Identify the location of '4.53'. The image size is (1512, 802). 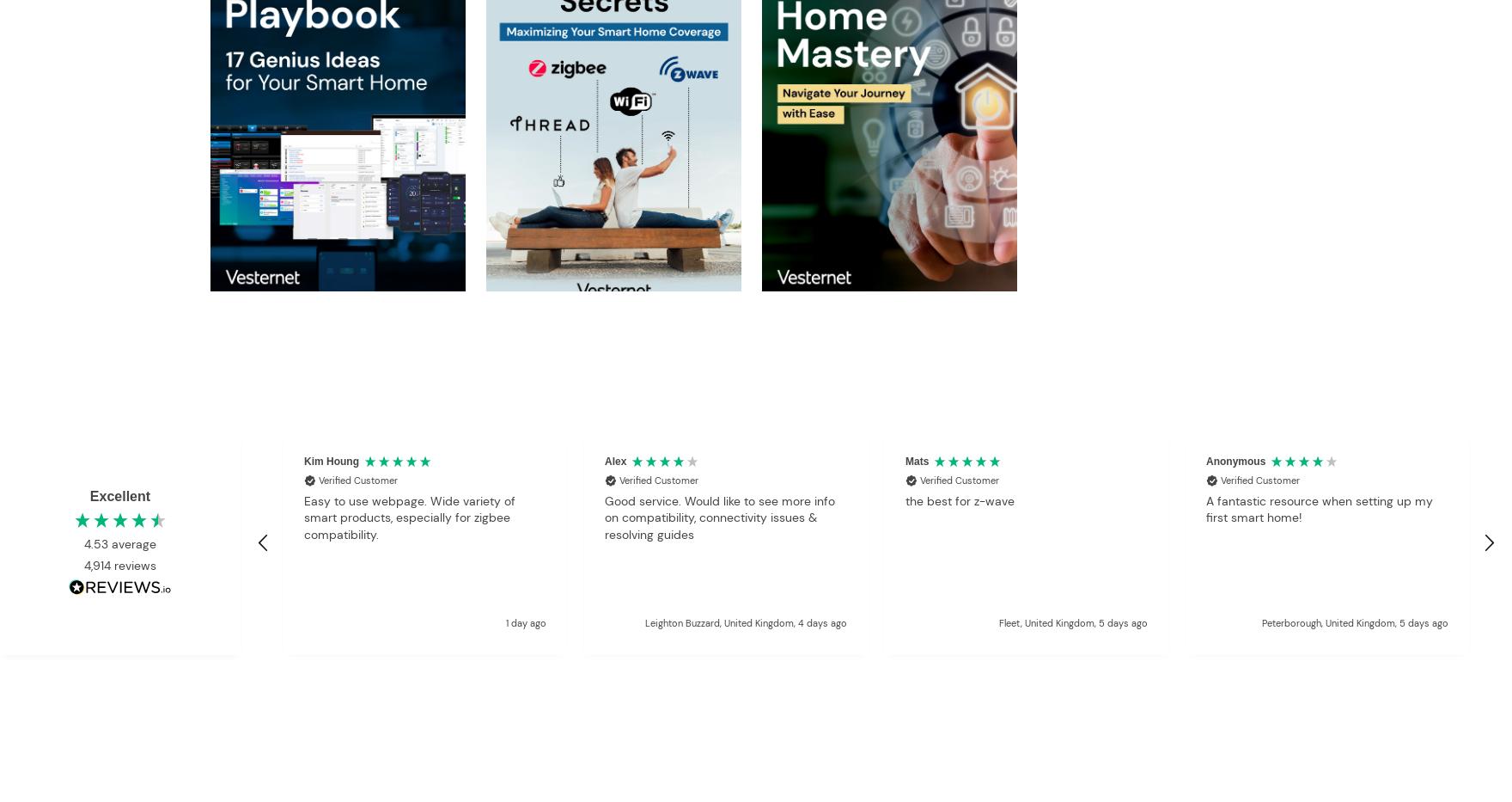
(98, 543).